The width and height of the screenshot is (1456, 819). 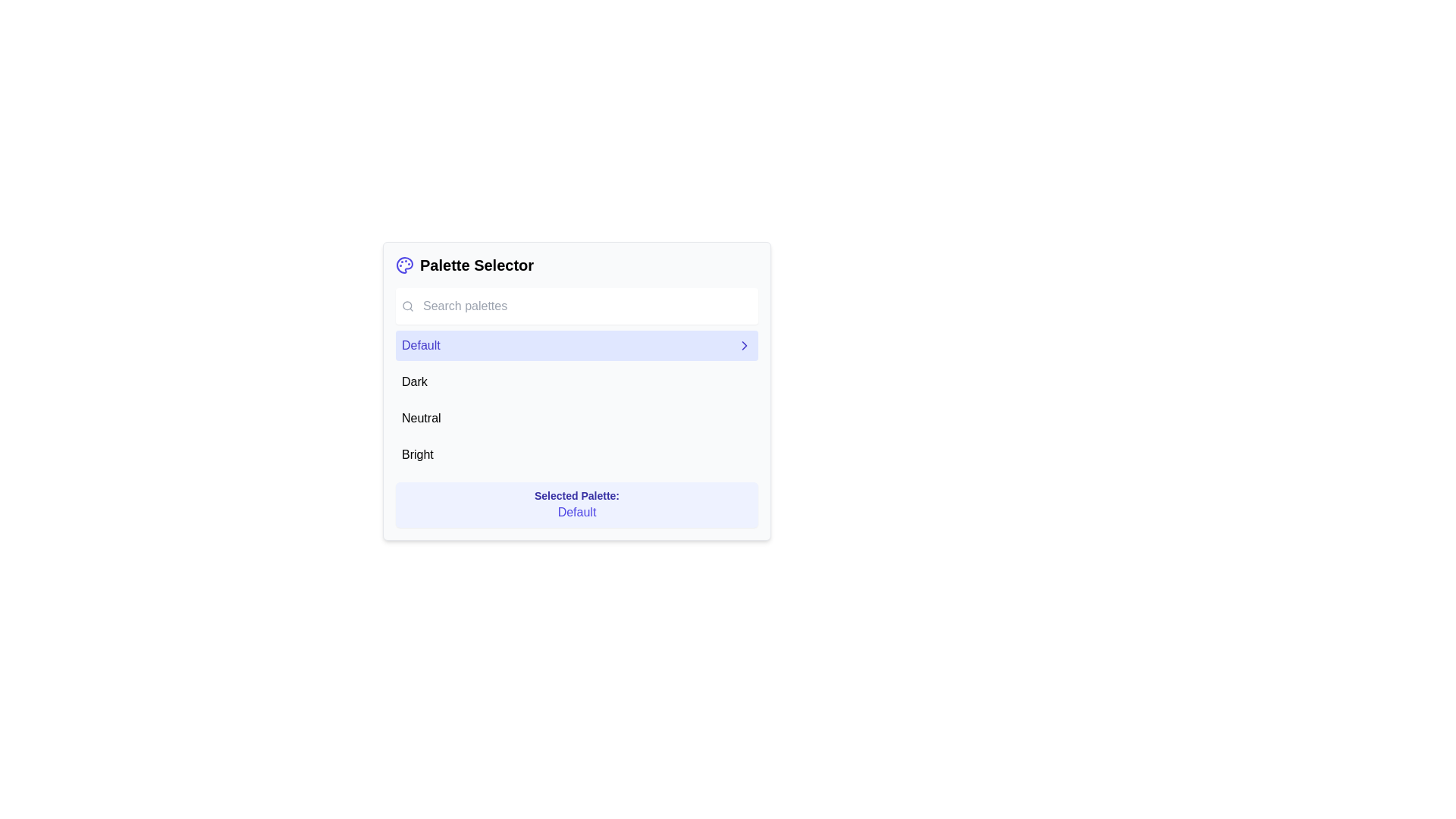 I want to click on the label displaying the text 'Default' in indigo color, which is styled in bold and positioned below 'Selected Palette:' with a light indigo background, so click(x=576, y=512).